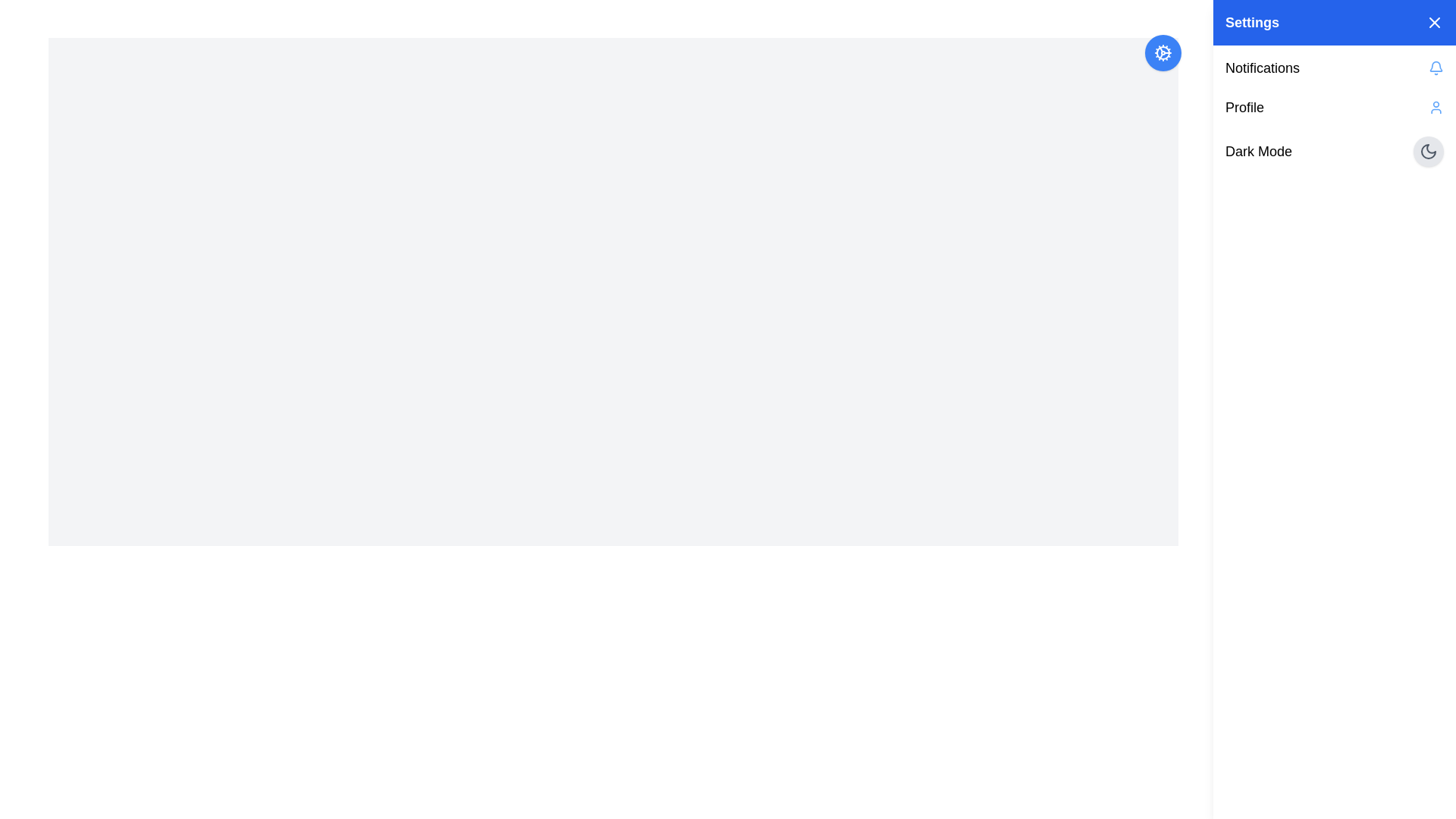 Image resolution: width=1456 pixels, height=819 pixels. Describe the element at coordinates (1244, 107) in the screenshot. I see `the 'Profile' text label, which is a bold, medium-sized black font element located in the right-side settings panel, underneath 'Notifications' and above 'Dark Mode'` at that location.